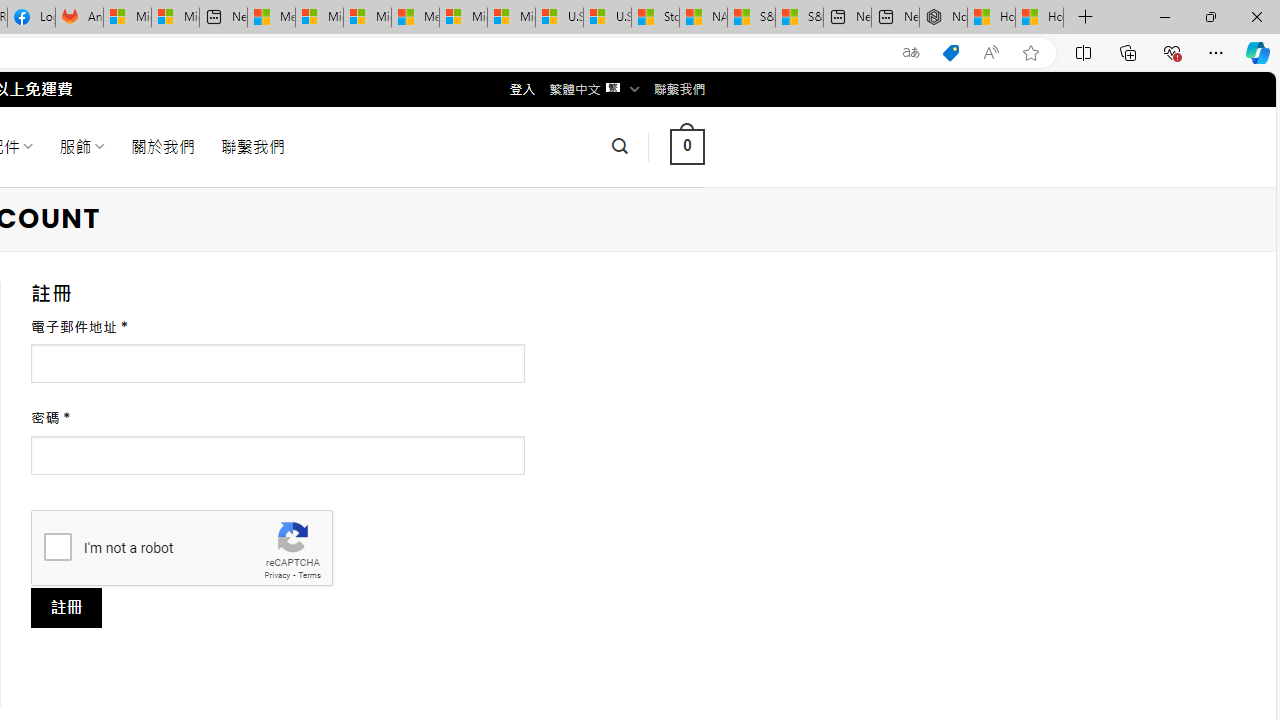 The image size is (1280, 720). I want to click on 'How to Use a Monitor With Your Closed Laptop', so click(1040, 17).